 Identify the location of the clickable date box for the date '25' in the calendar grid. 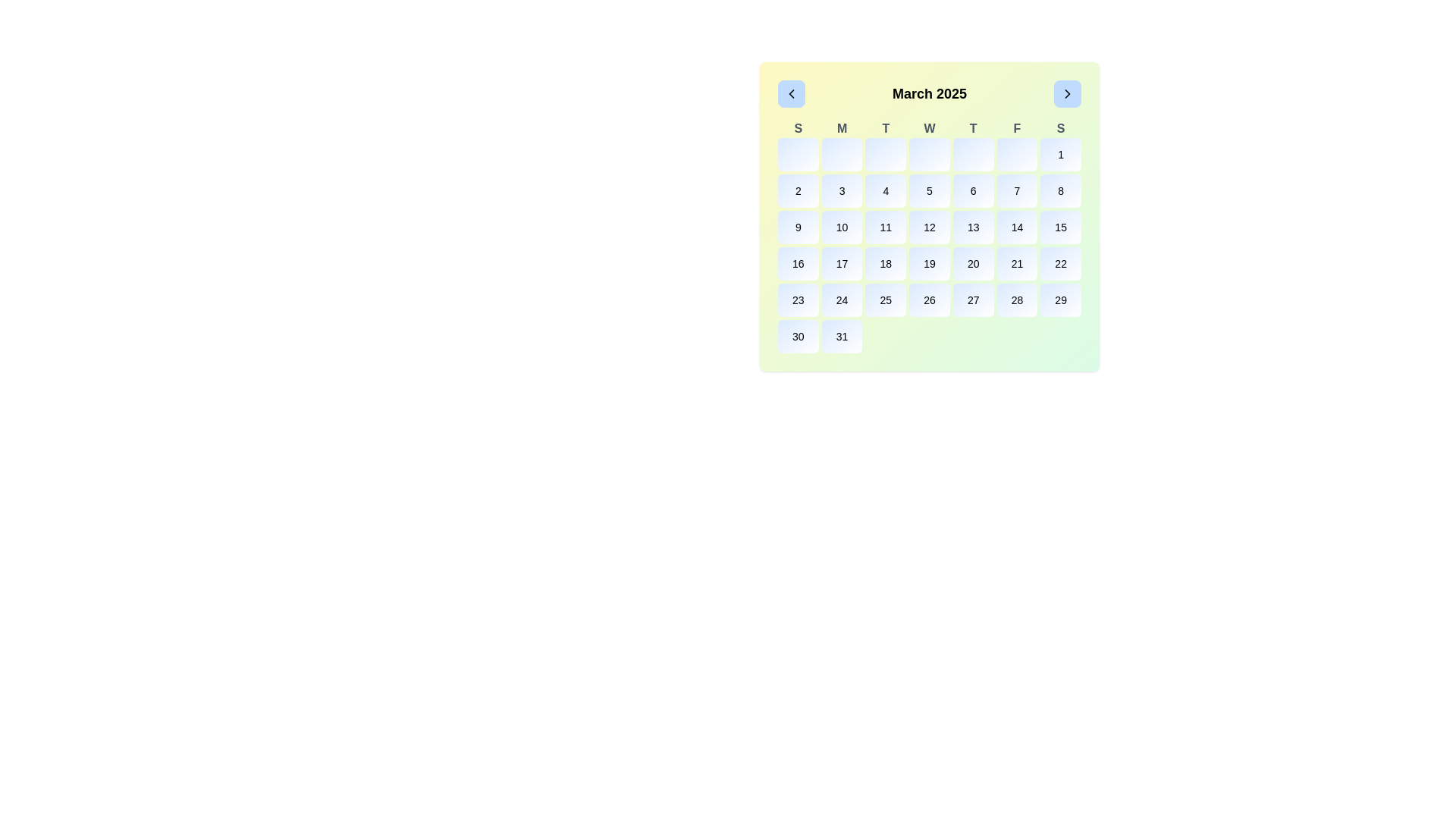
(886, 300).